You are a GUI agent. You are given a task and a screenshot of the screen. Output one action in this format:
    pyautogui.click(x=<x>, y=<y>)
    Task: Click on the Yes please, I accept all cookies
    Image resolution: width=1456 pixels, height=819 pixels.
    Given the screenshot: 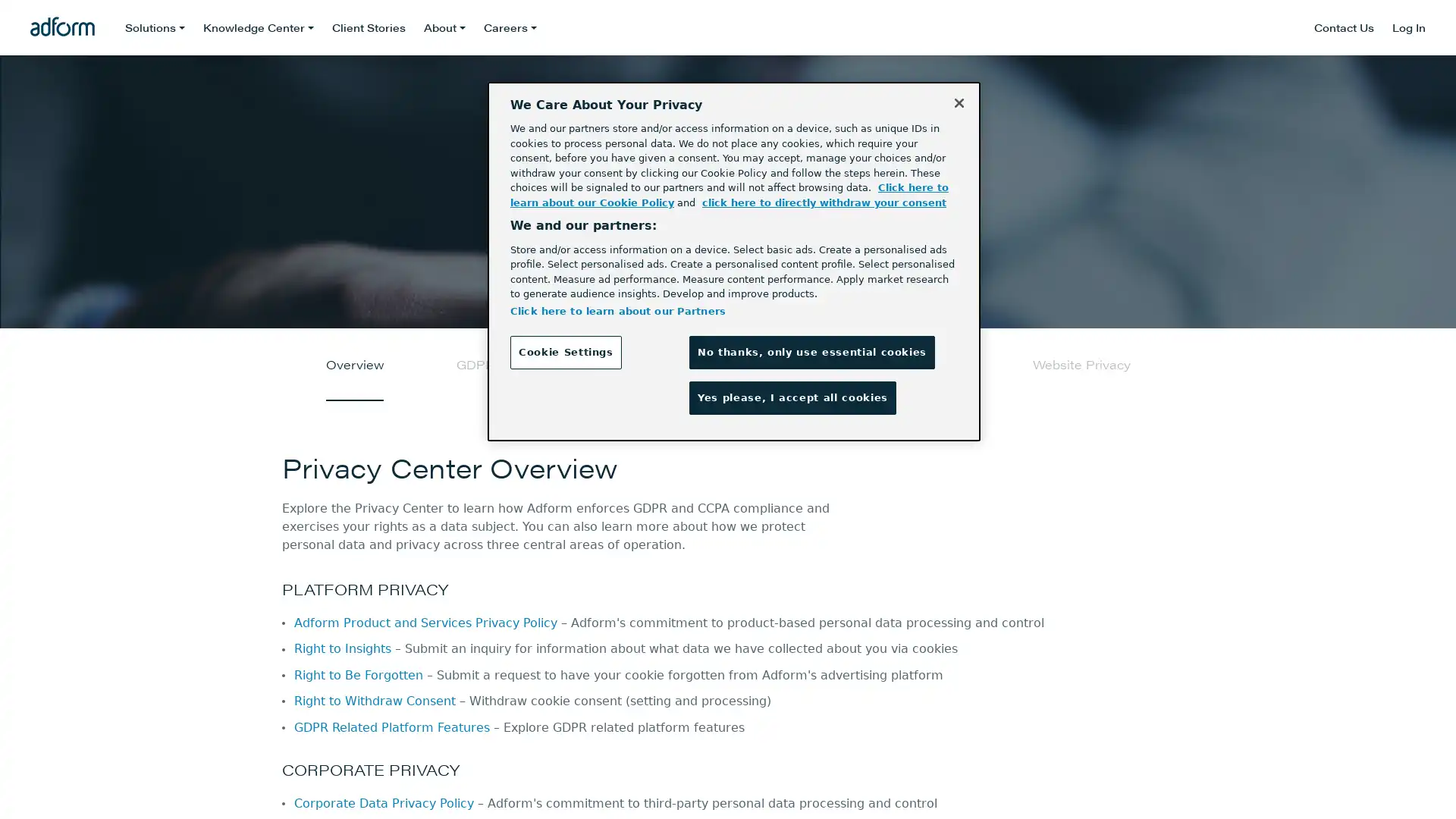 What is the action you would take?
    pyautogui.click(x=792, y=397)
    